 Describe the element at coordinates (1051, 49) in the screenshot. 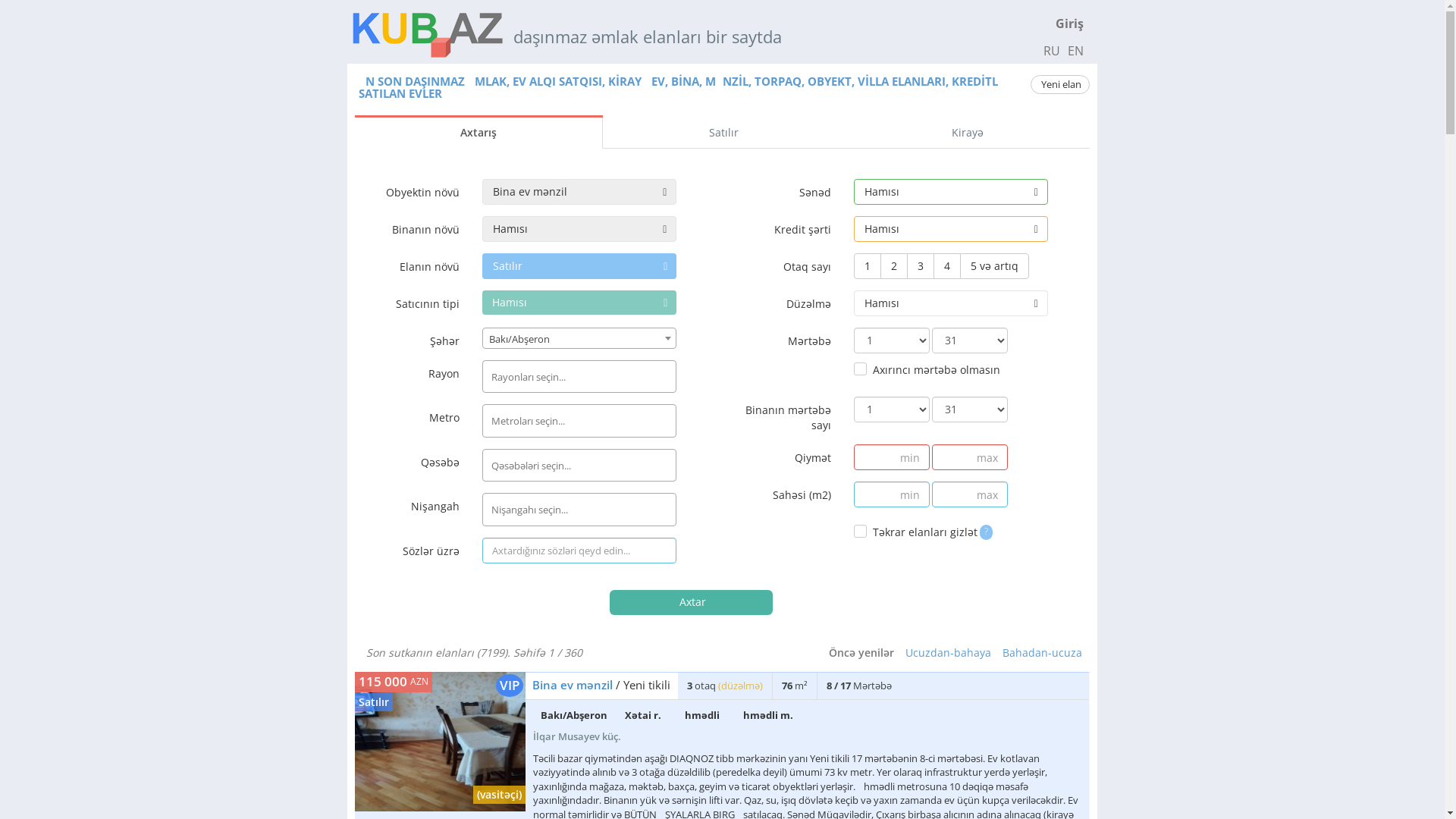

I see `'RU'` at that location.